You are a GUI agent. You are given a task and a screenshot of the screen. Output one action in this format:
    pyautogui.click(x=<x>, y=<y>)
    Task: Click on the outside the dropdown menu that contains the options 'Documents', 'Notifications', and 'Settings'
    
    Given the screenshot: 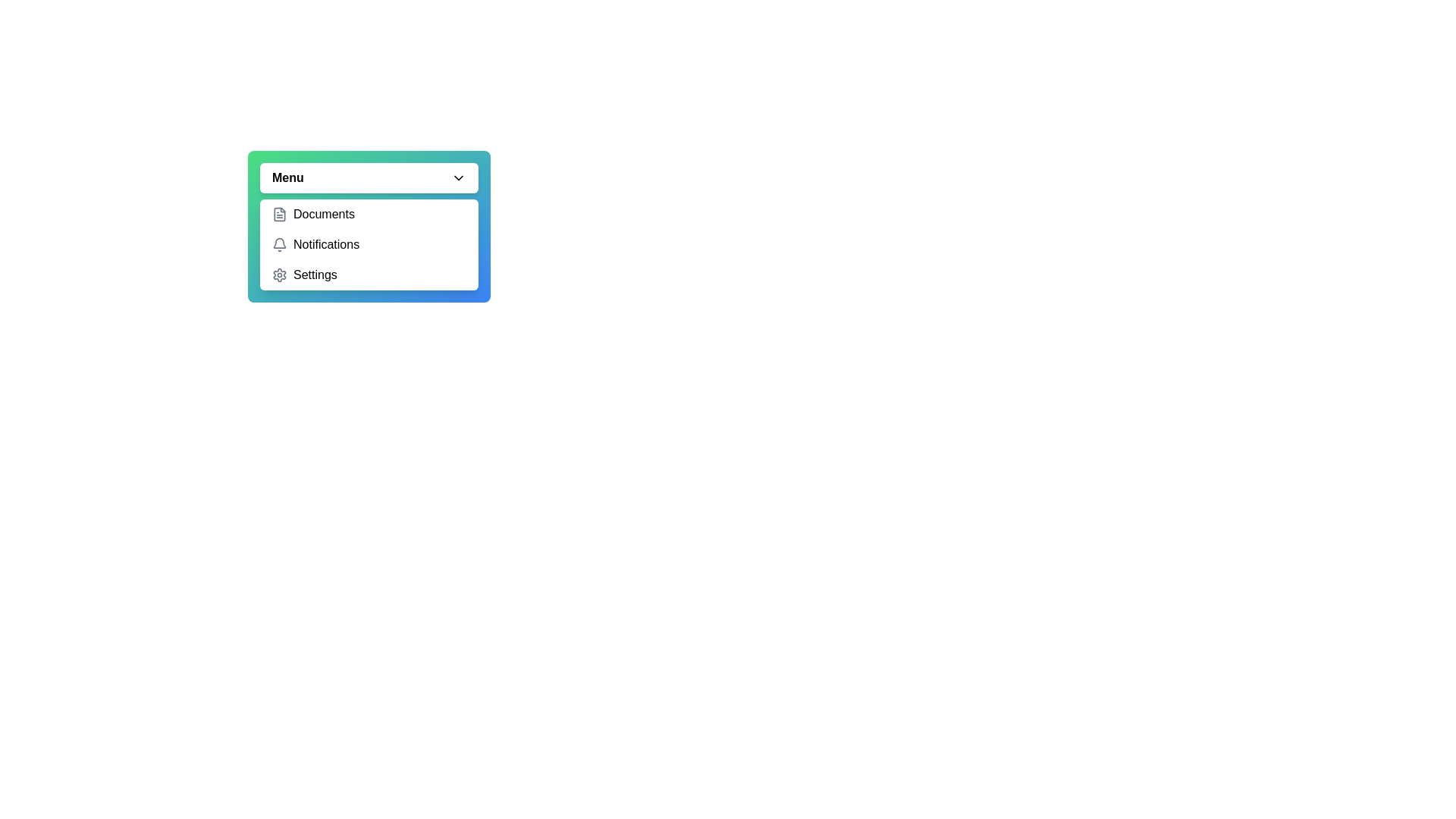 What is the action you would take?
    pyautogui.click(x=369, y=244)
    